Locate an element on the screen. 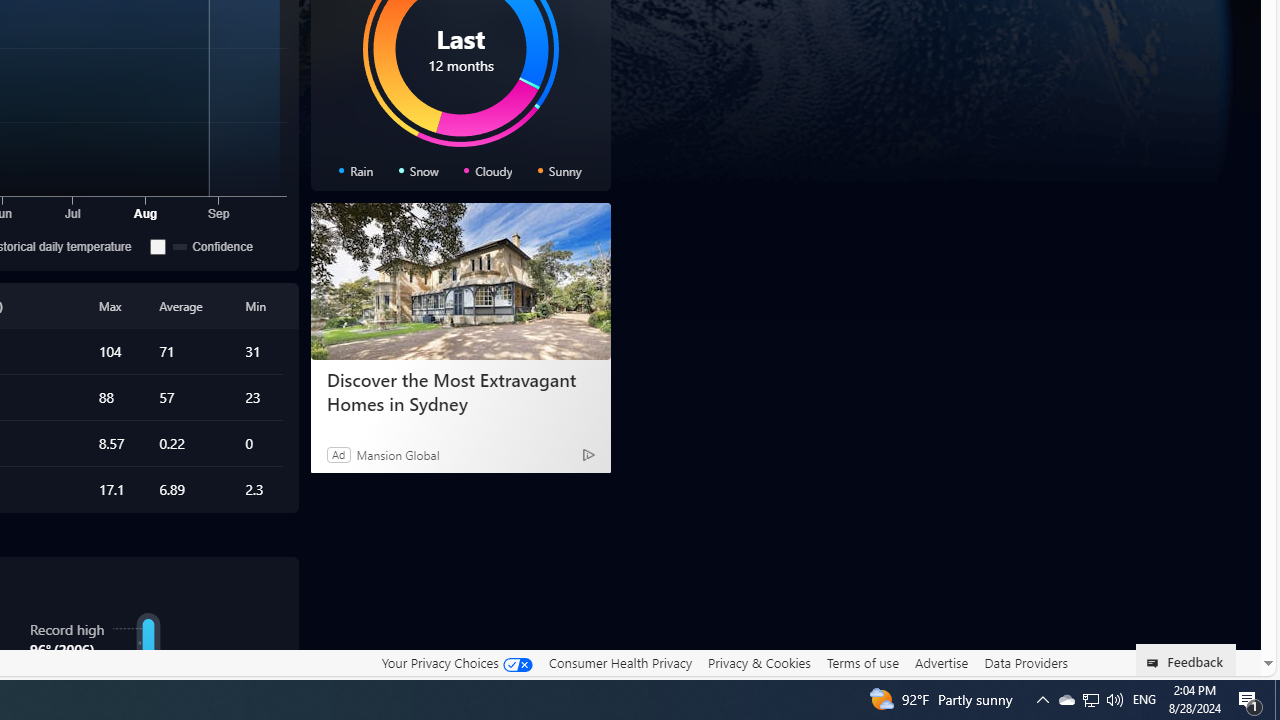 The width and height of the screenshot is (1280, 720). 'Ad Choice' is located at coordinates (587, 454).